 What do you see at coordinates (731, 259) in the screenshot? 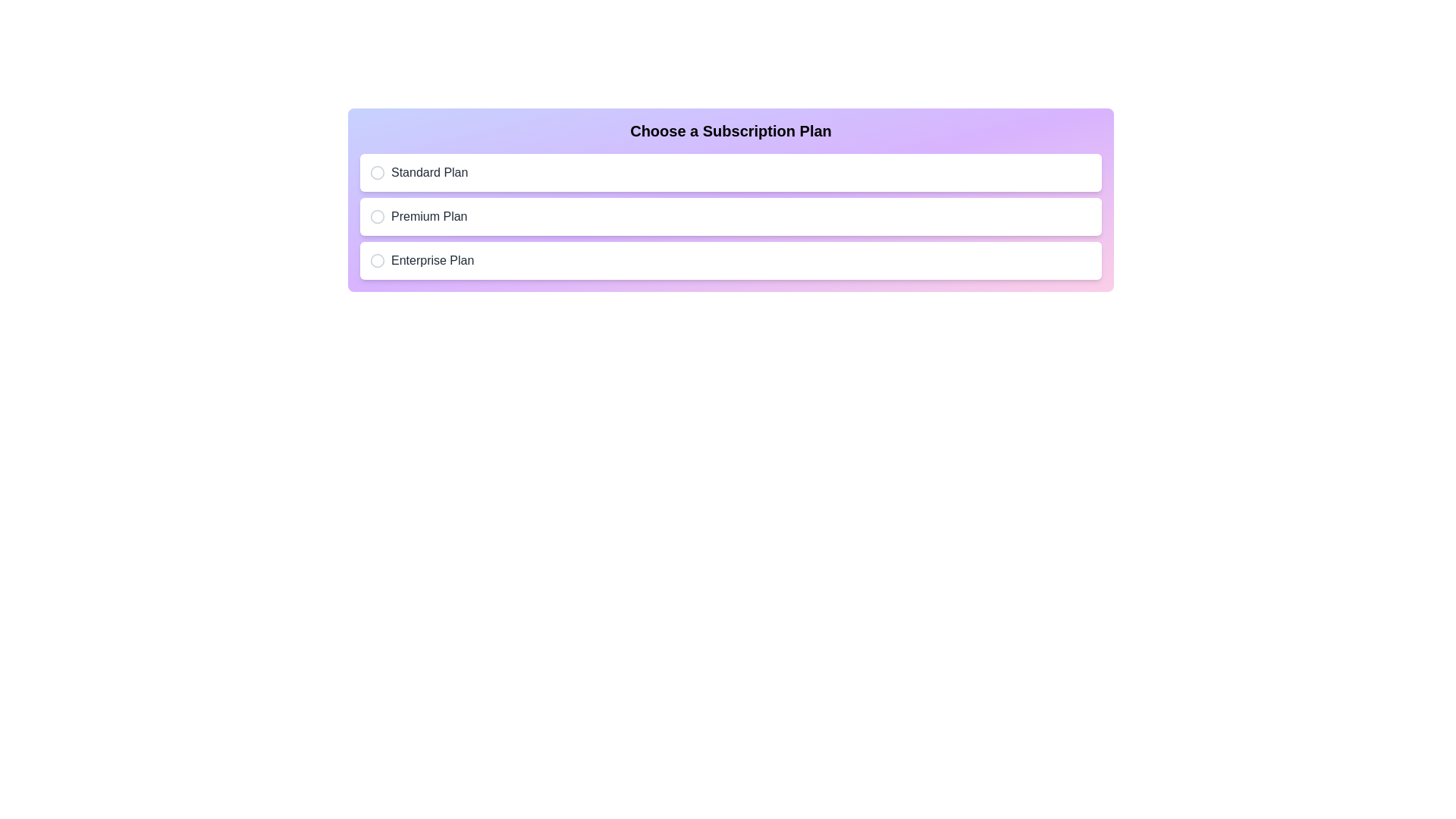
I see `the 'Enterprise Plan' option in the subscription selection list` at bounding box center [731, 259].